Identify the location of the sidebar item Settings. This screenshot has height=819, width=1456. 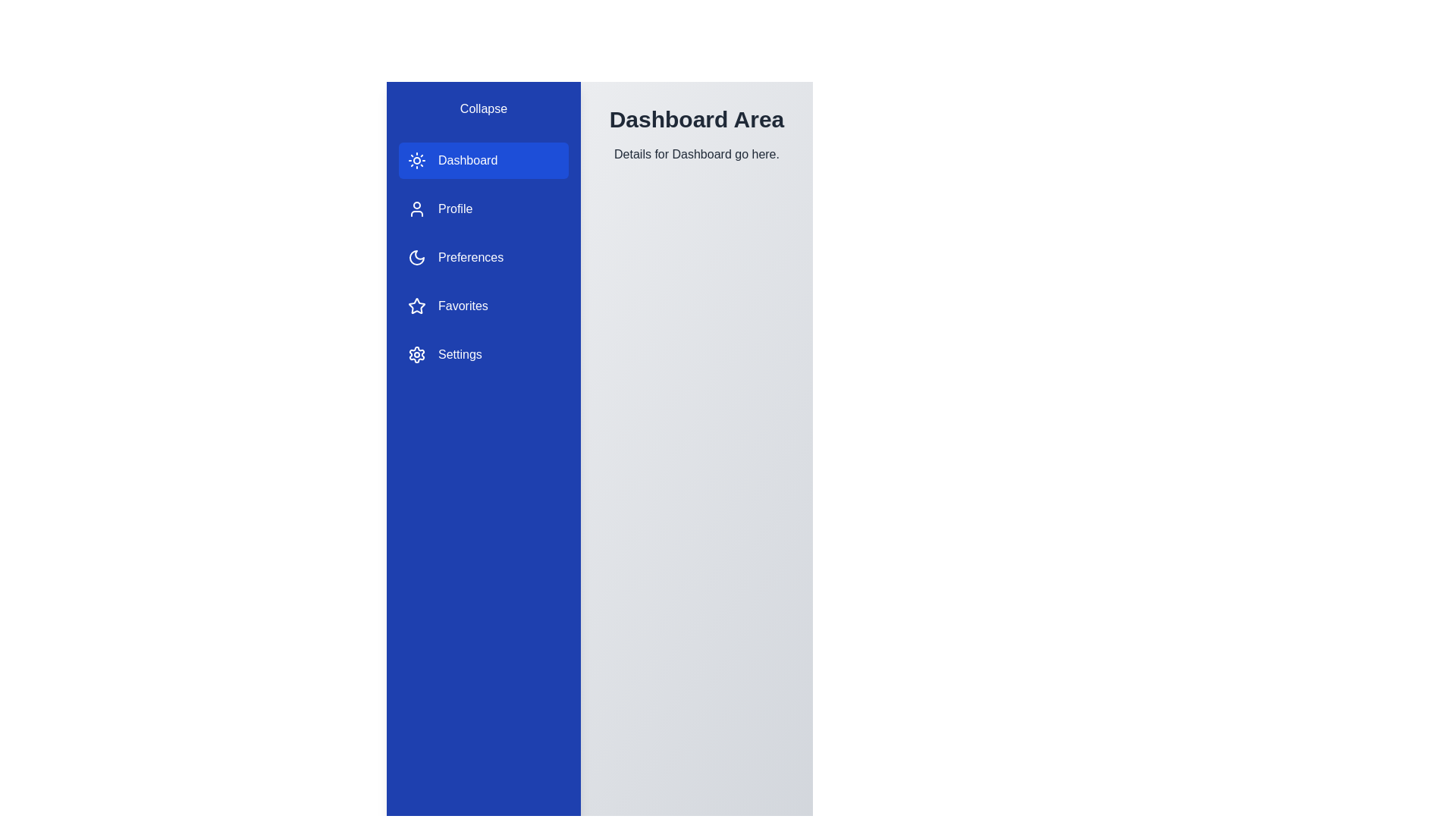
(483, 354).